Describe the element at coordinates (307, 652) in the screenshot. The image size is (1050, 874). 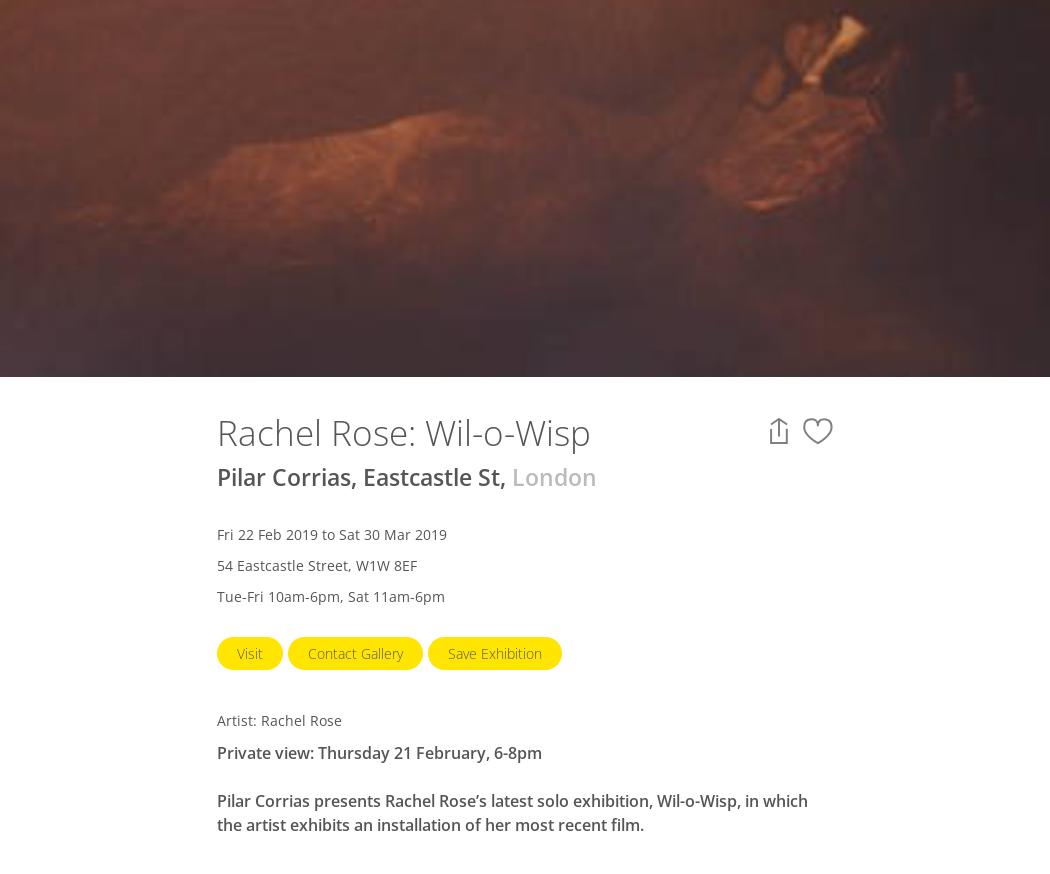
I see `'Contact Gallery'` at that location.